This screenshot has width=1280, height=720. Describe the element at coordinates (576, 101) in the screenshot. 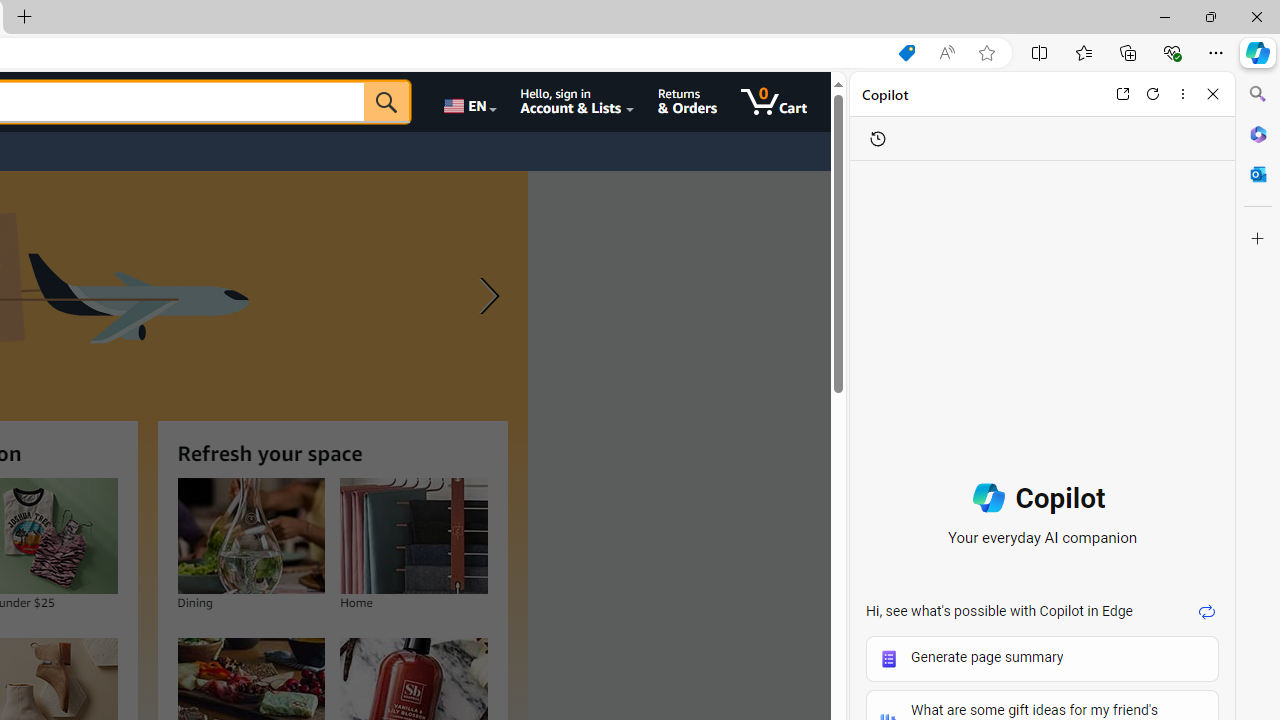

I see `'Hello, sign in Account & Lists'` at that location.